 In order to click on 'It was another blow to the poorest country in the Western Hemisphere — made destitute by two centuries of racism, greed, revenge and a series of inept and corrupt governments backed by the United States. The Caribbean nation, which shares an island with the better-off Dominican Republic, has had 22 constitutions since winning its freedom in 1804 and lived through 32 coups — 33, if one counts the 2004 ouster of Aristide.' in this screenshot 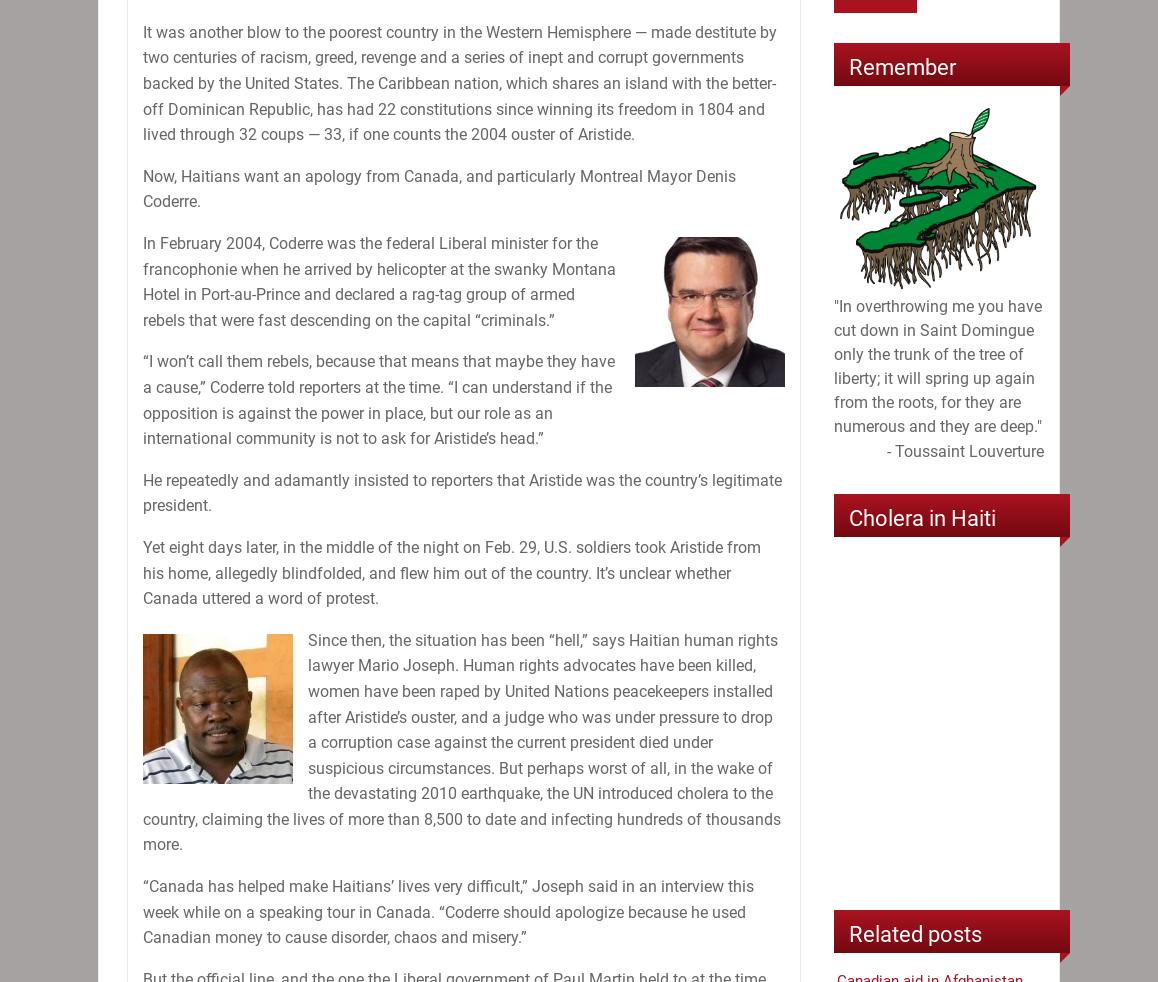, I will do `click(142, 81)`.